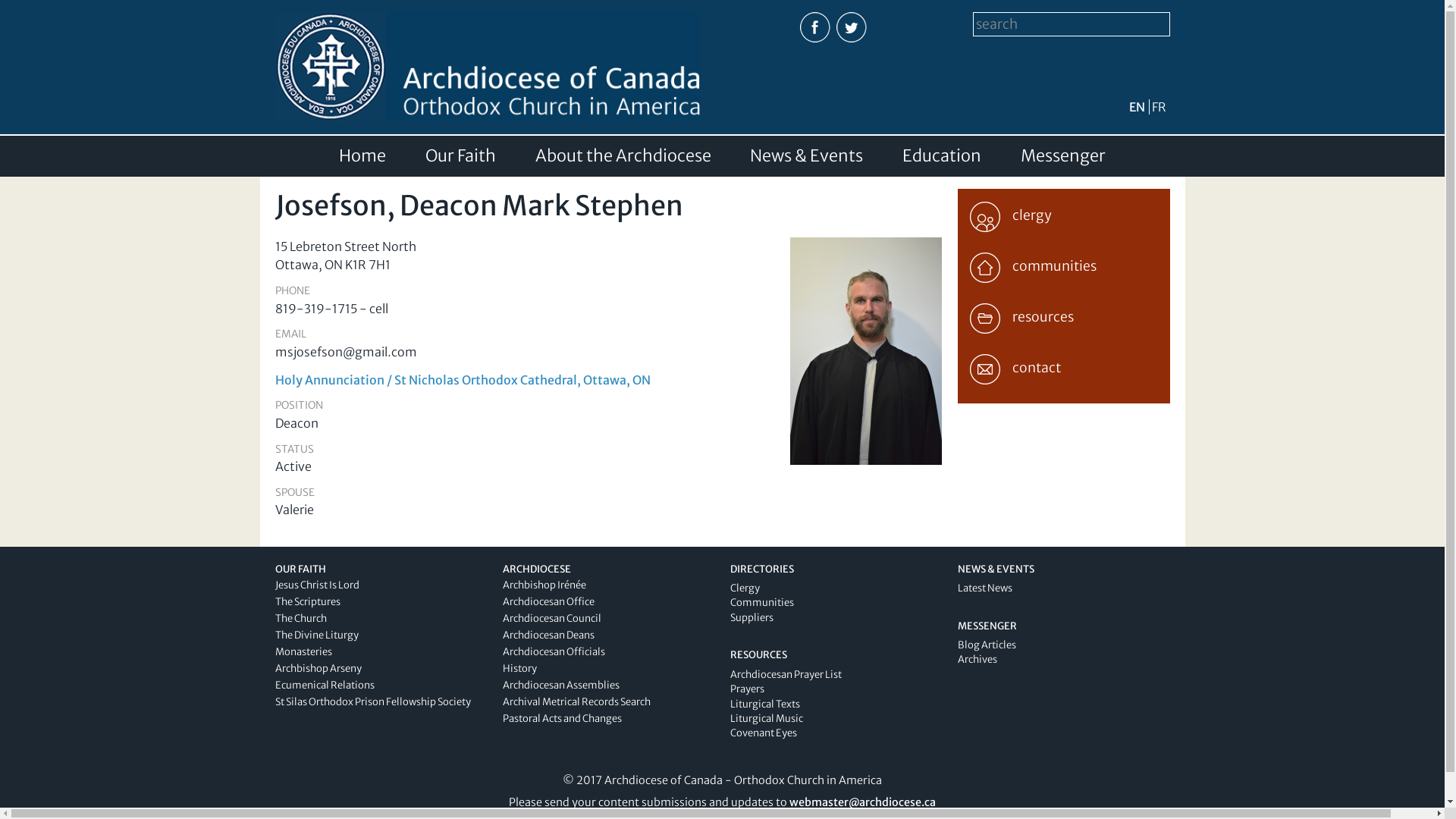 This screenshot has height=819, width=1456. I want to click on 'Pastoral Acts and Changes', so click(560, 717).